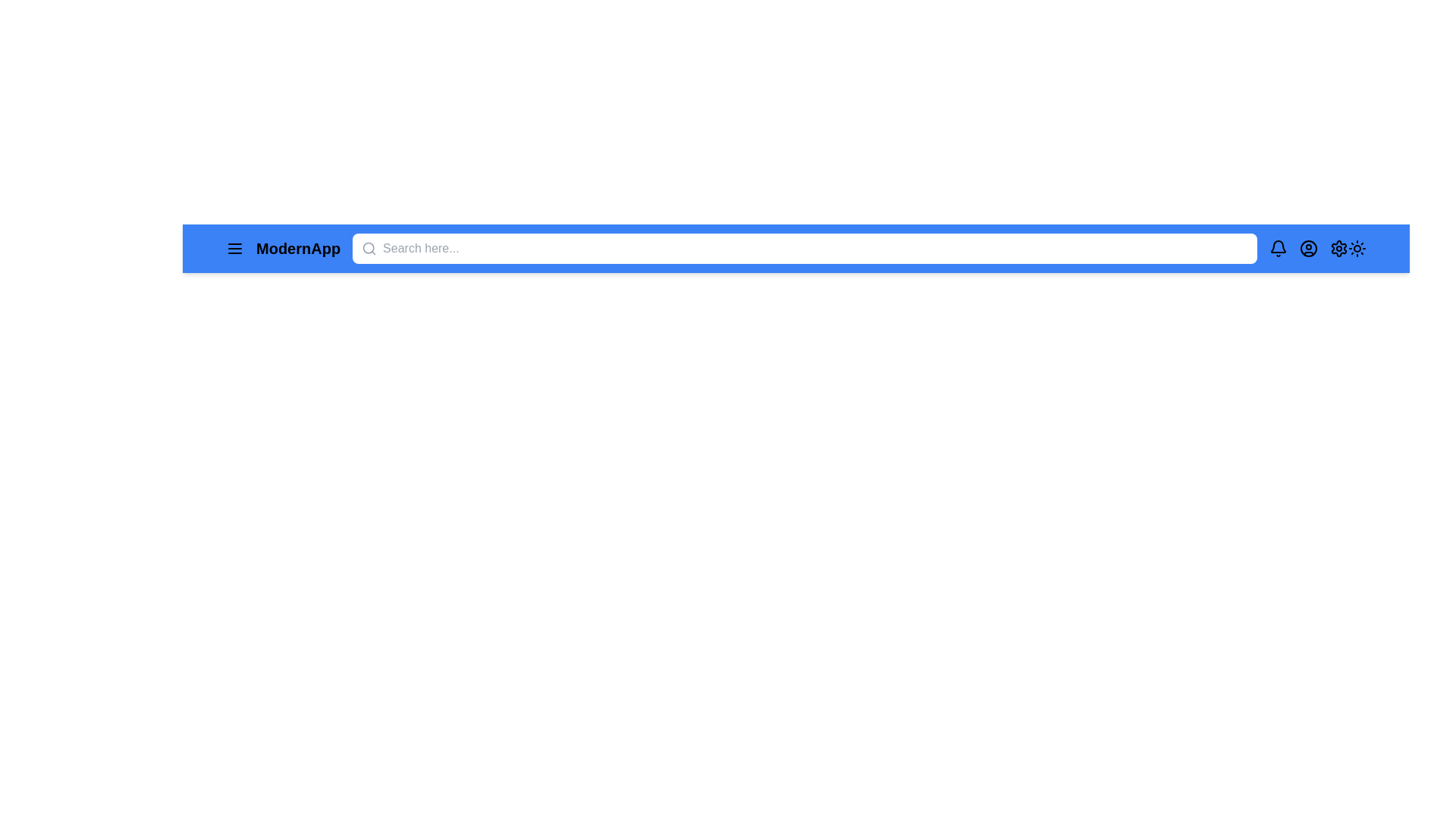  I want to click on the settings icon to open the settings menu, so click(1339, 247).